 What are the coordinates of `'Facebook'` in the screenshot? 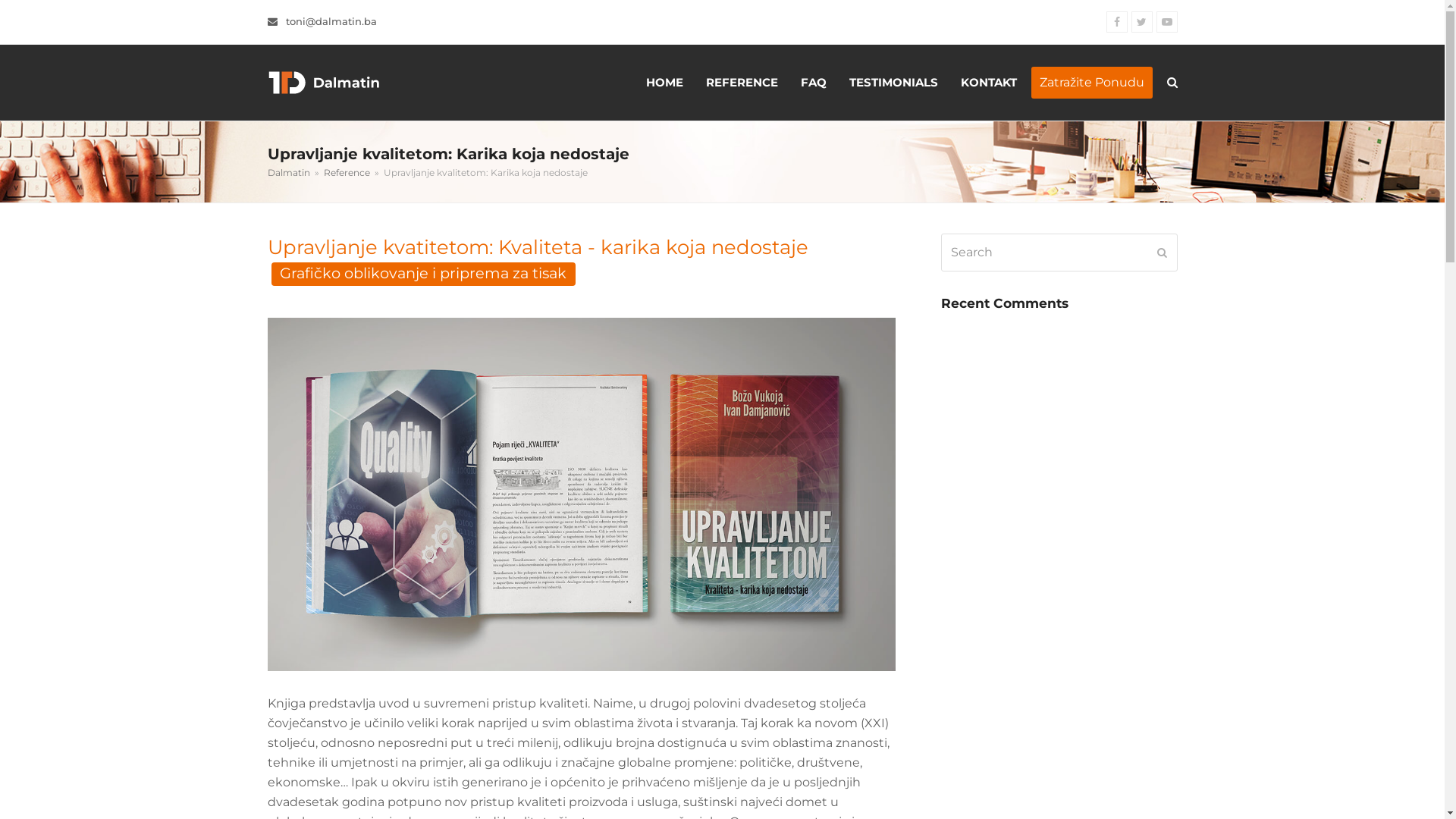 It's located at (1116, 22).